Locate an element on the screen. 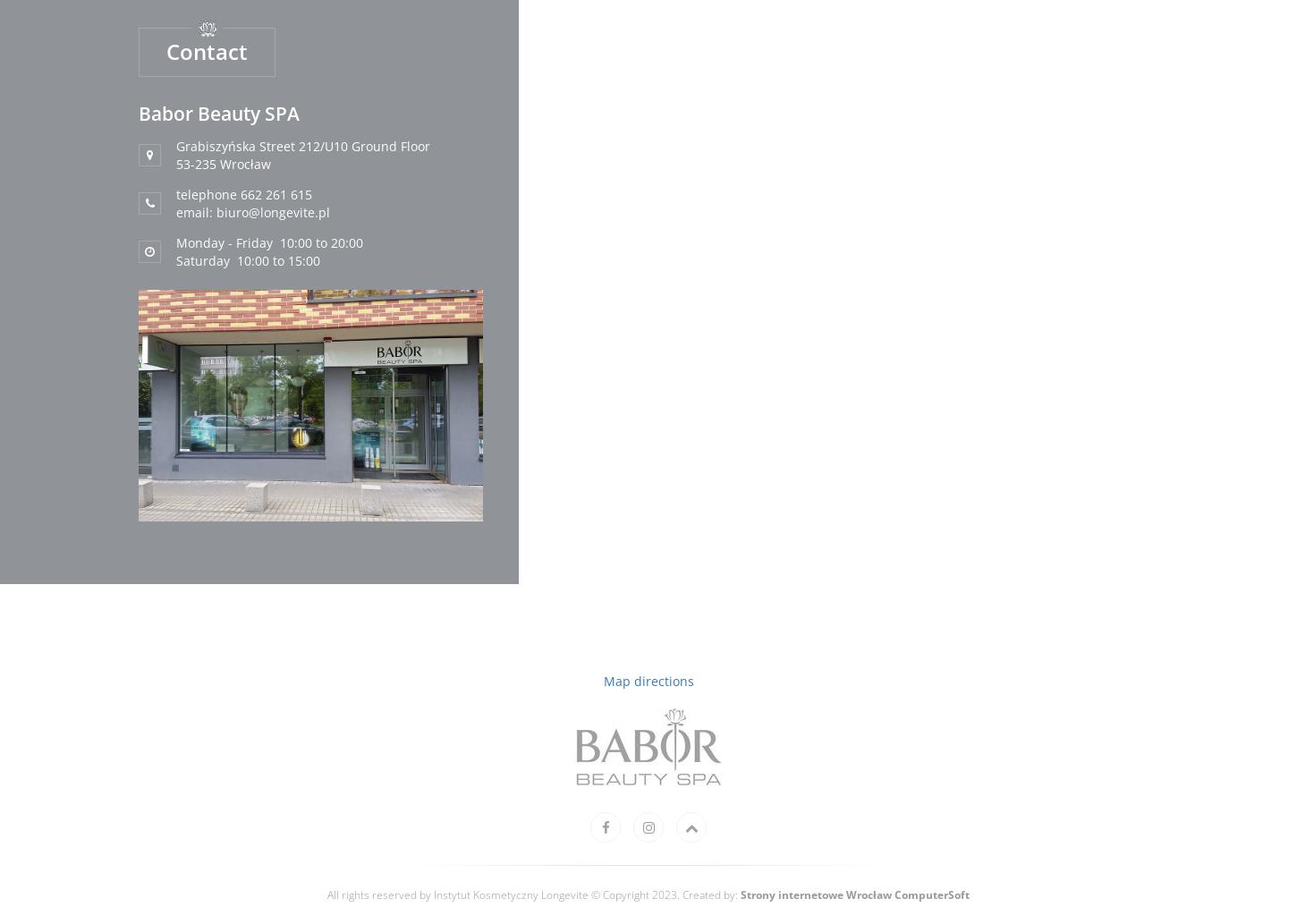 The image size is (1297, 924). 'Grabiszyńska Street 212/U10 Ground Floor' is located at coordinates (303, 145).